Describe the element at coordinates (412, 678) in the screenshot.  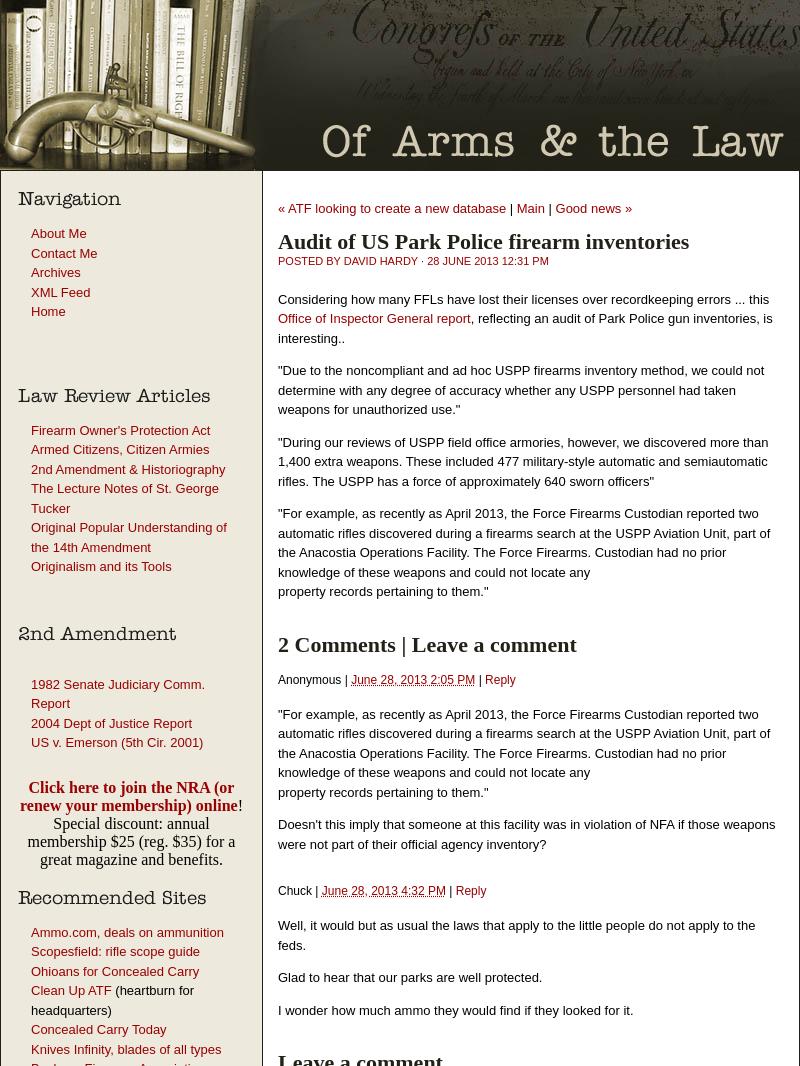
I see `'June 28, 2013  2:05 PM'` at that location.